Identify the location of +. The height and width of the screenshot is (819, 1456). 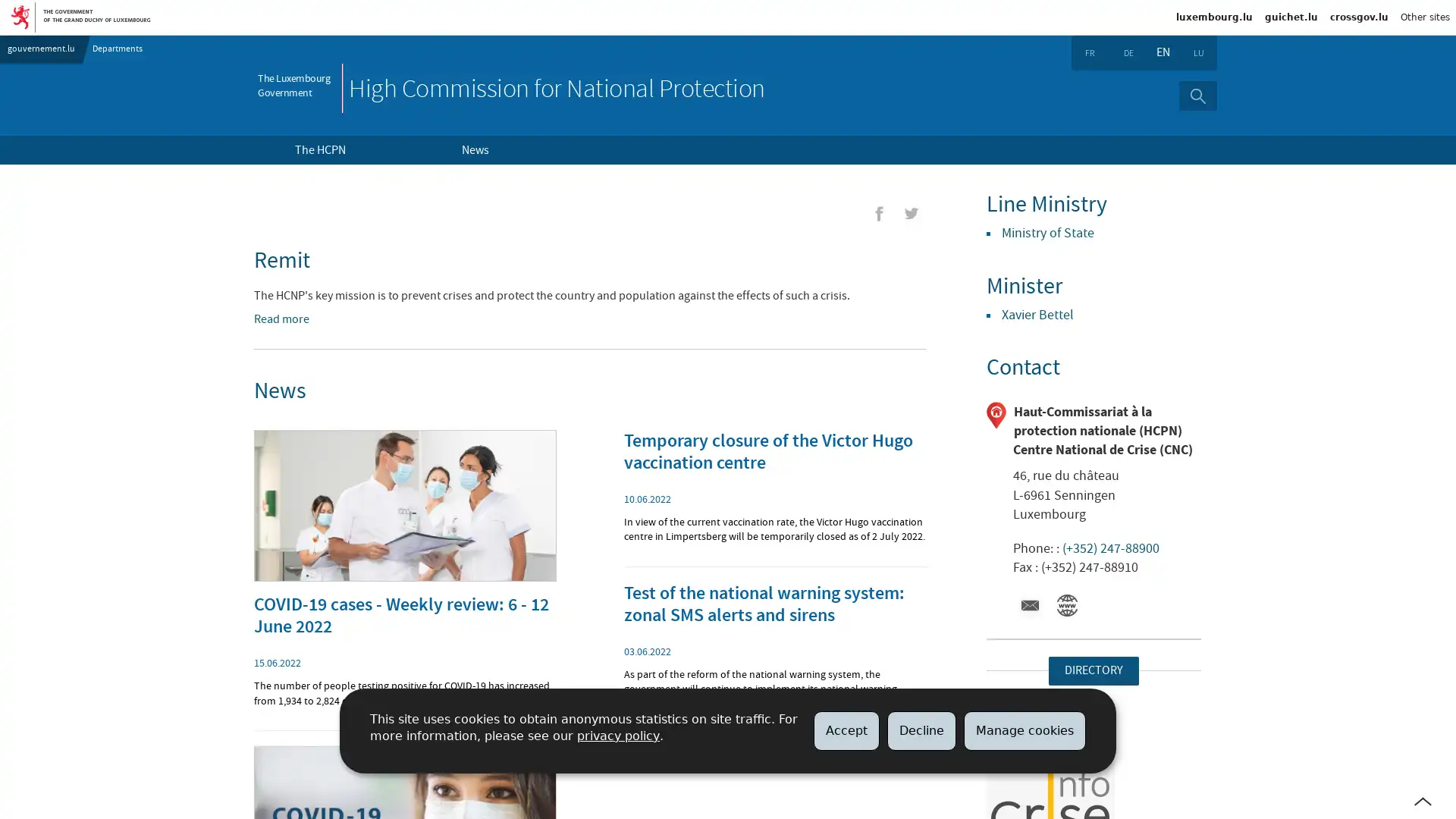
(1010, 664).